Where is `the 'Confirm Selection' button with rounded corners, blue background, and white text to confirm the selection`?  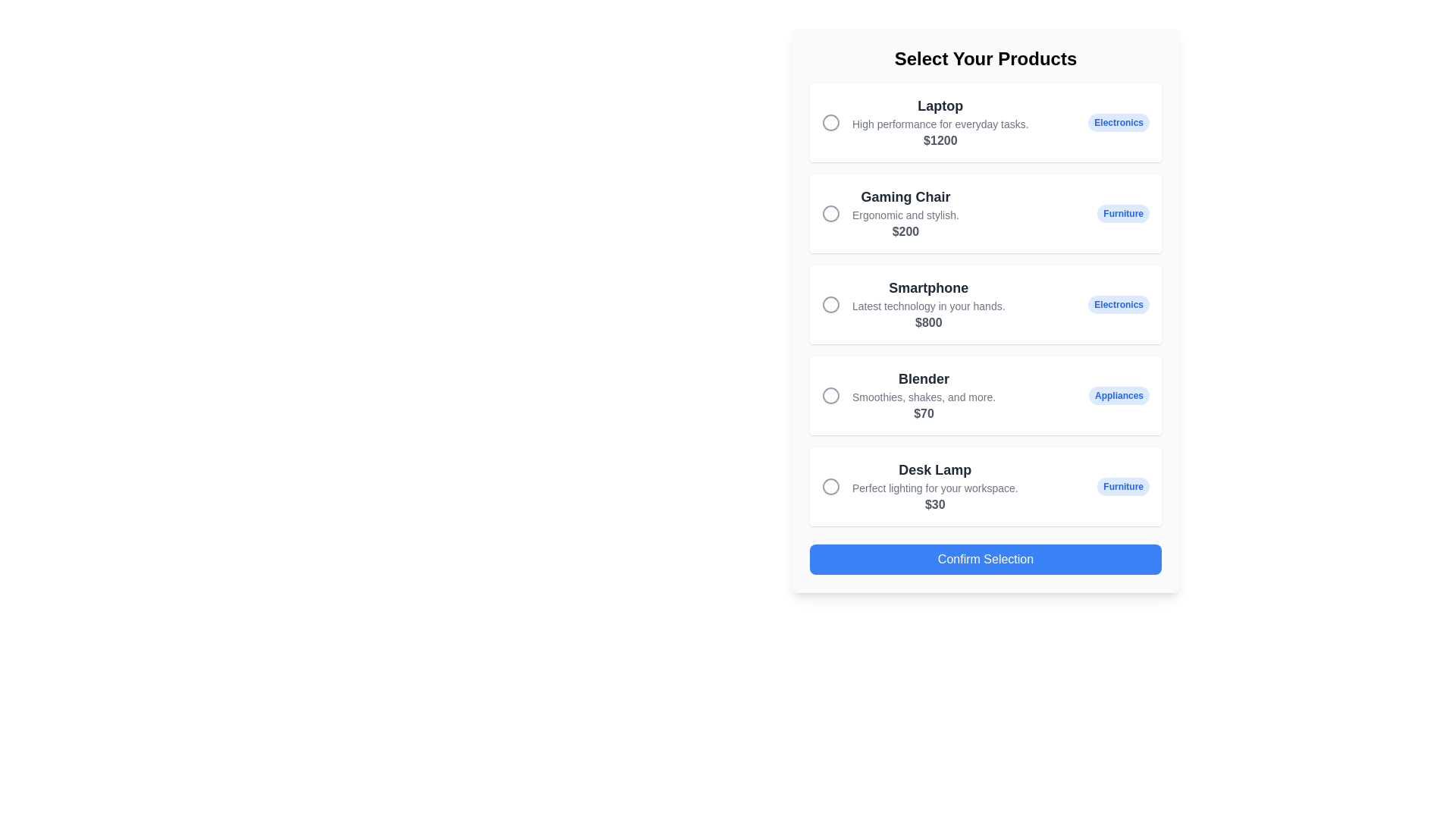
the 'Confirm Selection' button with rounded corners, blue background, and white text to confirm the selection is located at coordinates (986, 559).